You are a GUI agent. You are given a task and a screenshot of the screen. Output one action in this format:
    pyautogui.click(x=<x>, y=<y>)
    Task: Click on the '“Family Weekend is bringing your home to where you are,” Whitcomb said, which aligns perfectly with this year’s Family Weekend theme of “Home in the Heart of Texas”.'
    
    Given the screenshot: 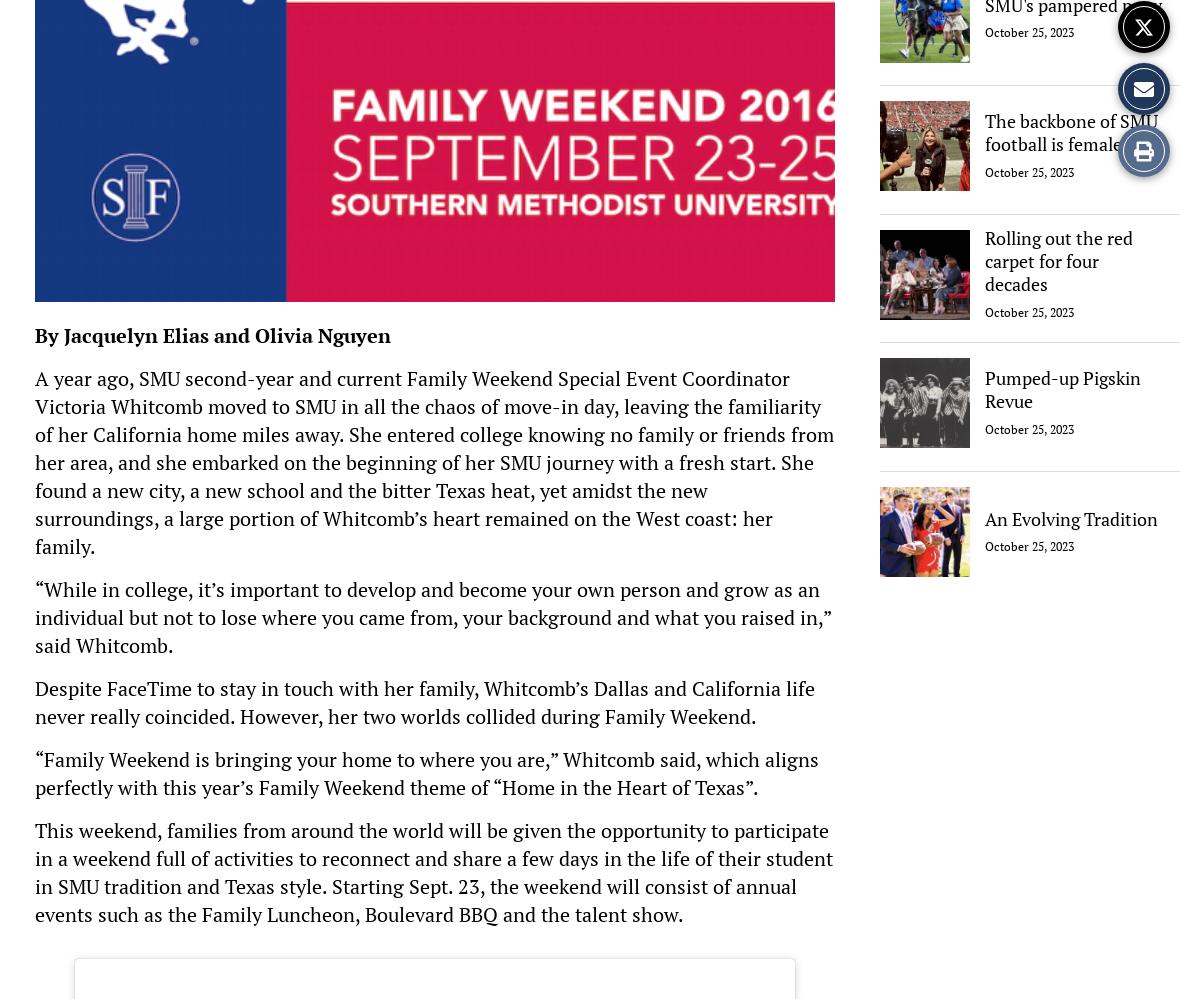 What is the action you would take?
    pyautogui.click(x=426, y=772)
    